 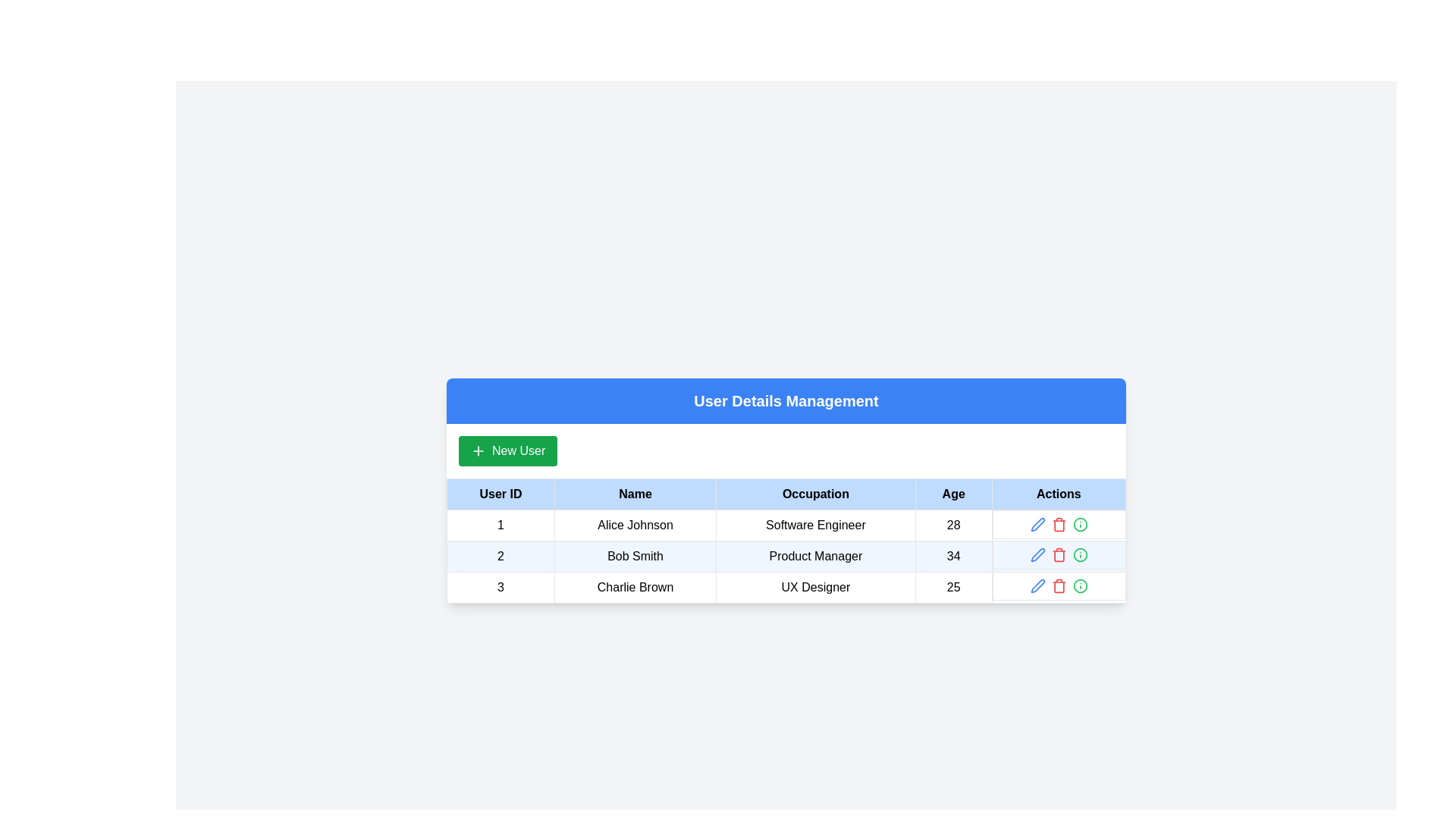 What do you see at coordinates (786, 555) in the screenshot?
I see `the table row representing user 'Bob Smith', which is styled with a light blue background and contains details such as 'Product Manager' and age '34'` at bounding box center [786, 555].